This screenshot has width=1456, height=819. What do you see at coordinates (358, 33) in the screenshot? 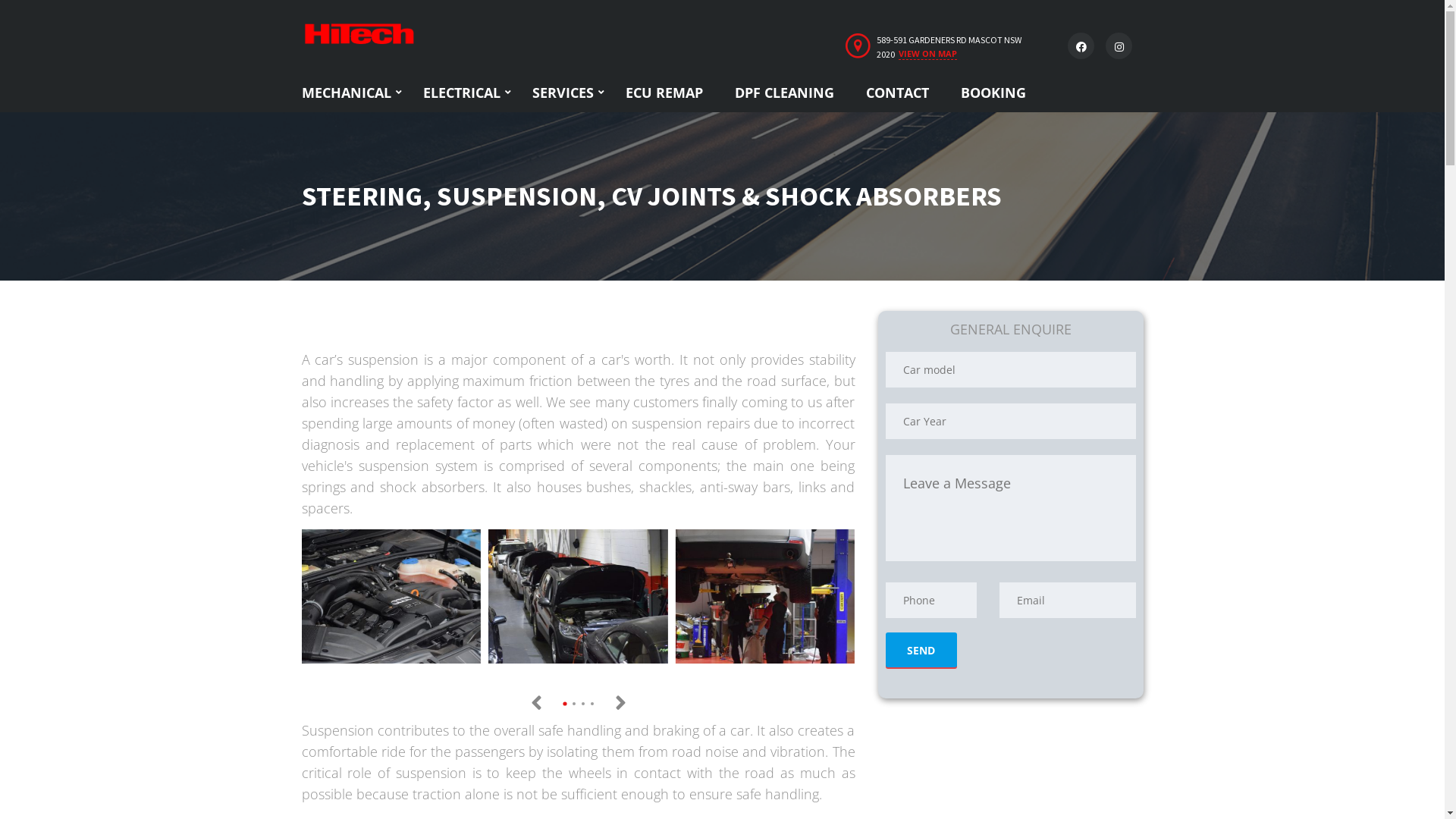
I see `'Home'` at bounding box center [358, 33].